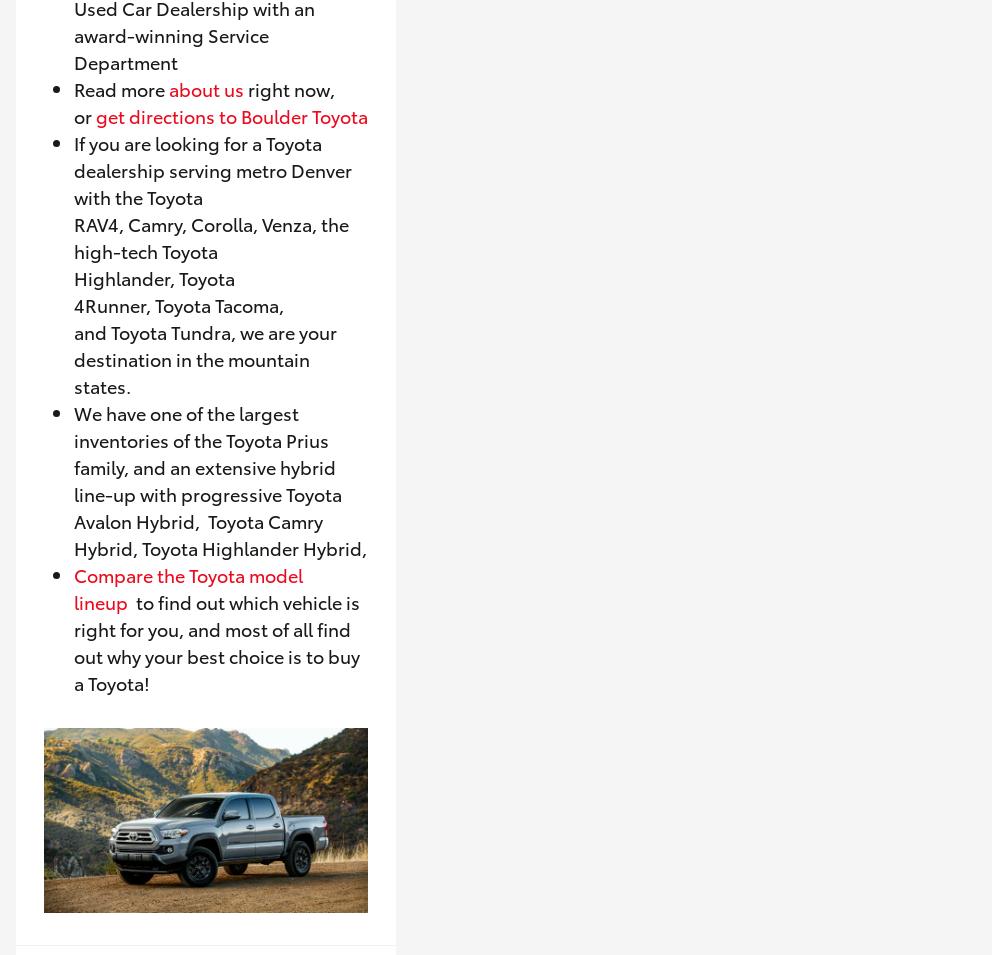 Image resolution: width=992 pixels, height=955 pixels. What do you see at coordinates (205, 87) in the screenshot?
I see `'about us'` at bounding box center [205, 87].